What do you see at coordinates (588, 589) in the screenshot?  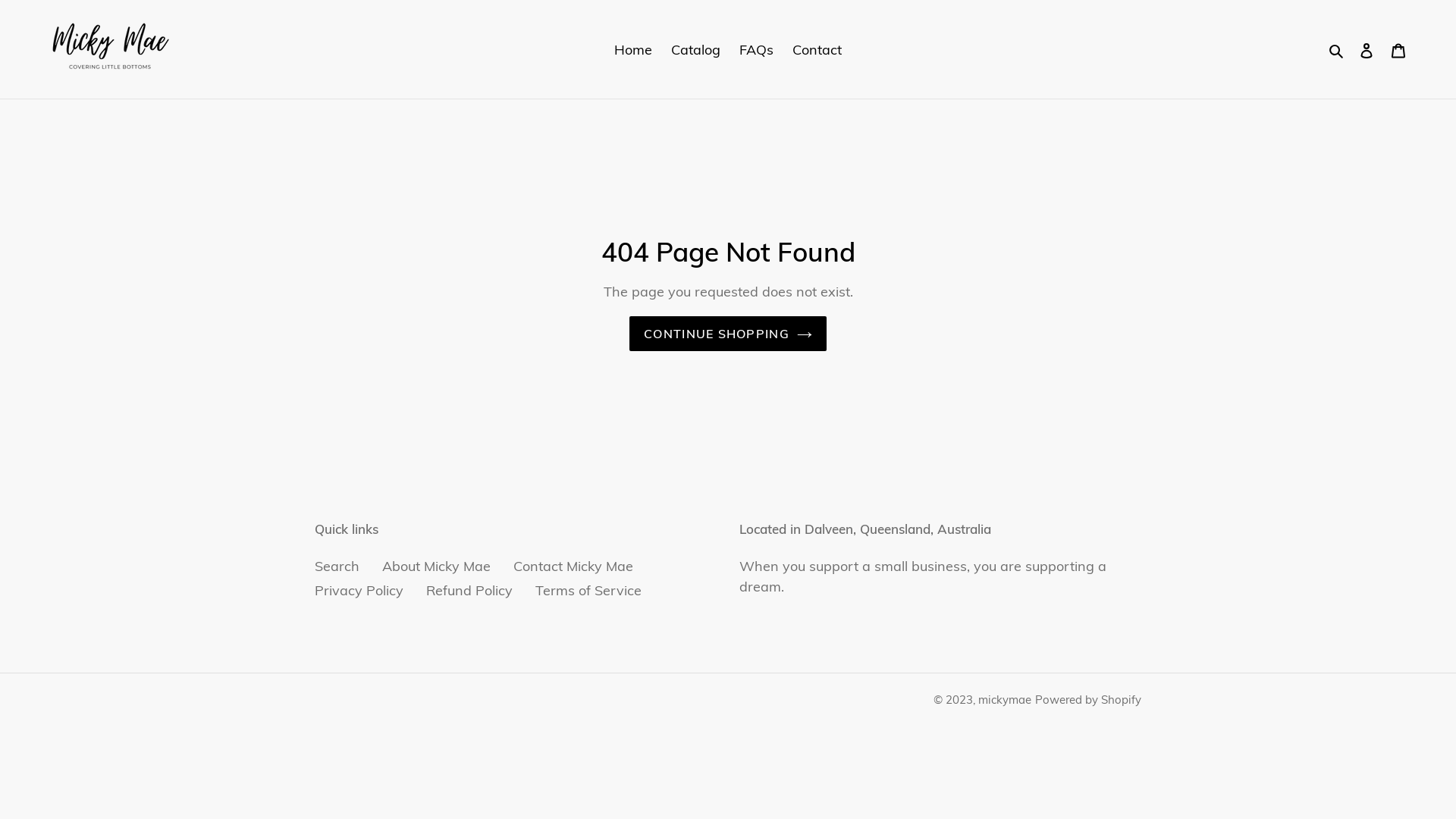 I see `'Terms of Service'` at bounding box center [588, 589].